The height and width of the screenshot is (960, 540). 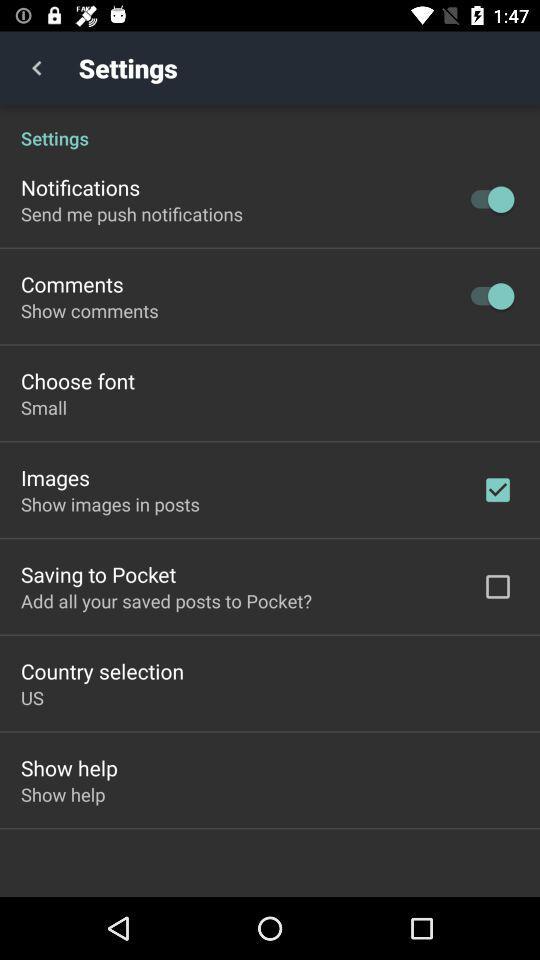 What do you see at coordinates (76, 380) in the screenshot?
I see `choose font icon` at bounding box center [76, 380].